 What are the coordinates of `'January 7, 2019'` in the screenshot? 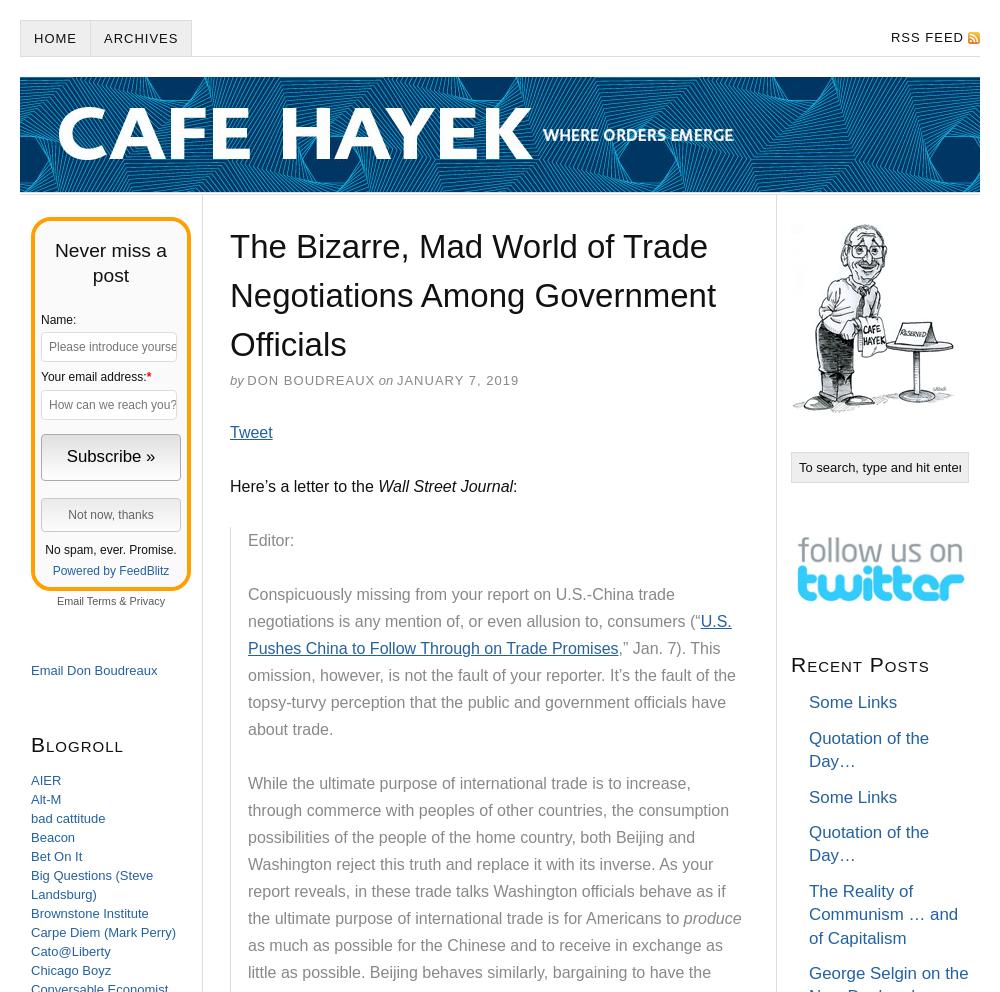 It's located at (456, 380).